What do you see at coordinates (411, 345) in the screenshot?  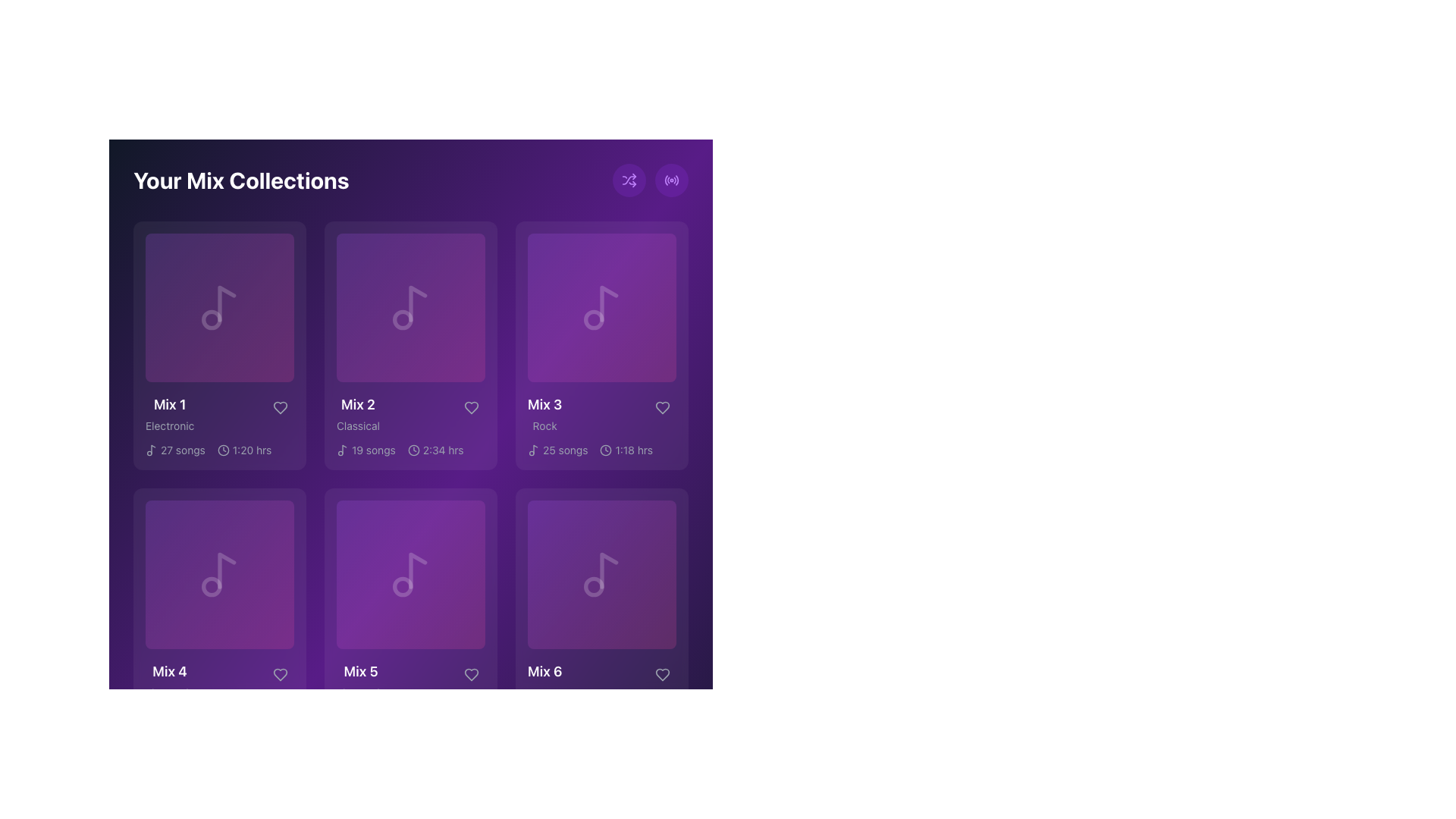 I see `the music playlist card located` at bounding box center [411, 345].